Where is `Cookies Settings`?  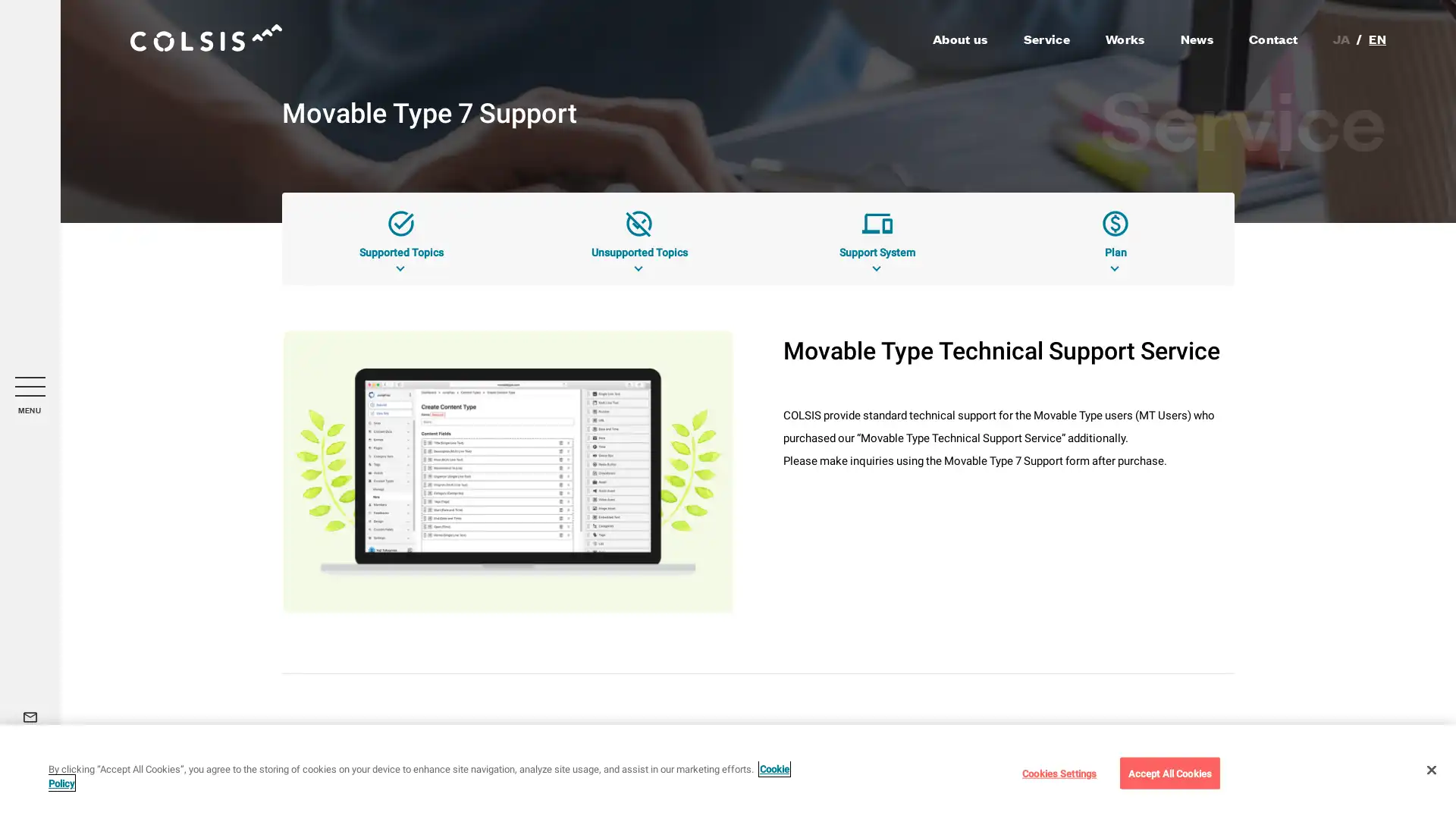 Cookies Settings is located at coordinates (1058, 772).